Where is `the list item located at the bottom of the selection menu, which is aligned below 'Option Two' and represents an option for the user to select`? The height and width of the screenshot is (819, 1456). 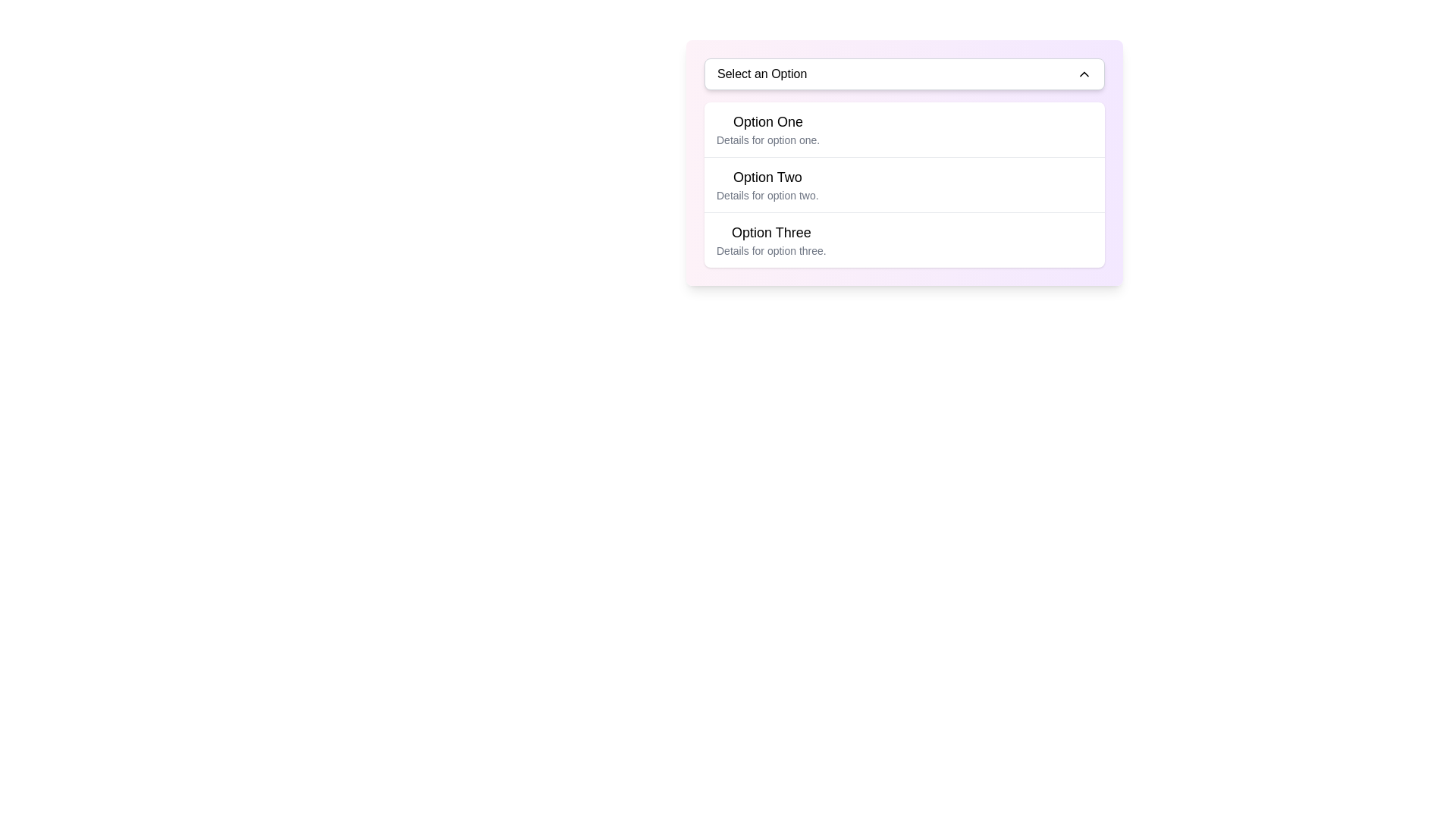
the list item located at the bottom of the selection menu, which is aligned below 'Option Two' and represents an option for the user to select is located at coordinates (905, 239).